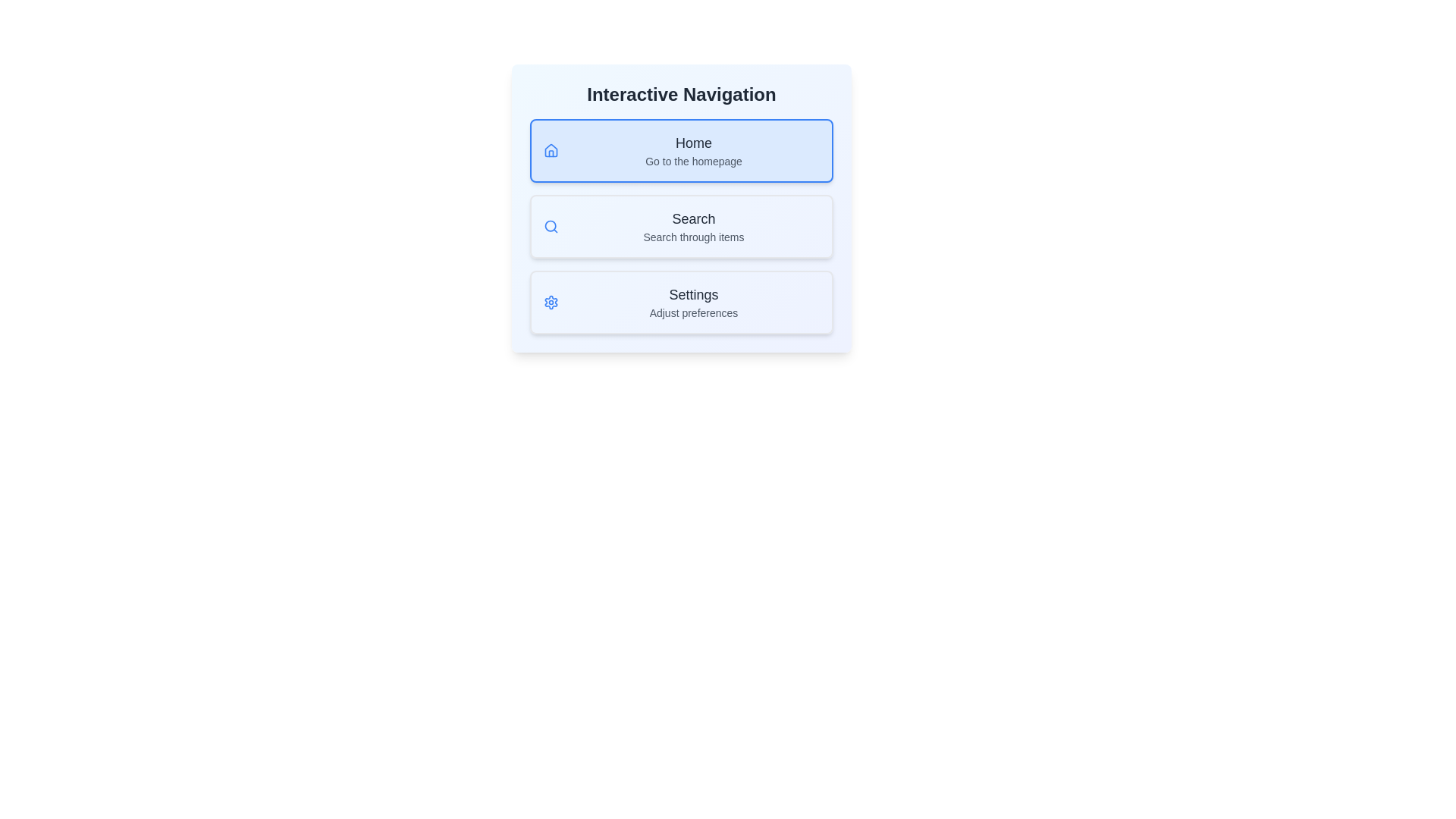  What do you see at coordinates (680, 227) in the screenshot?
I see `the menu item Search` at bounding box center [680, 227].